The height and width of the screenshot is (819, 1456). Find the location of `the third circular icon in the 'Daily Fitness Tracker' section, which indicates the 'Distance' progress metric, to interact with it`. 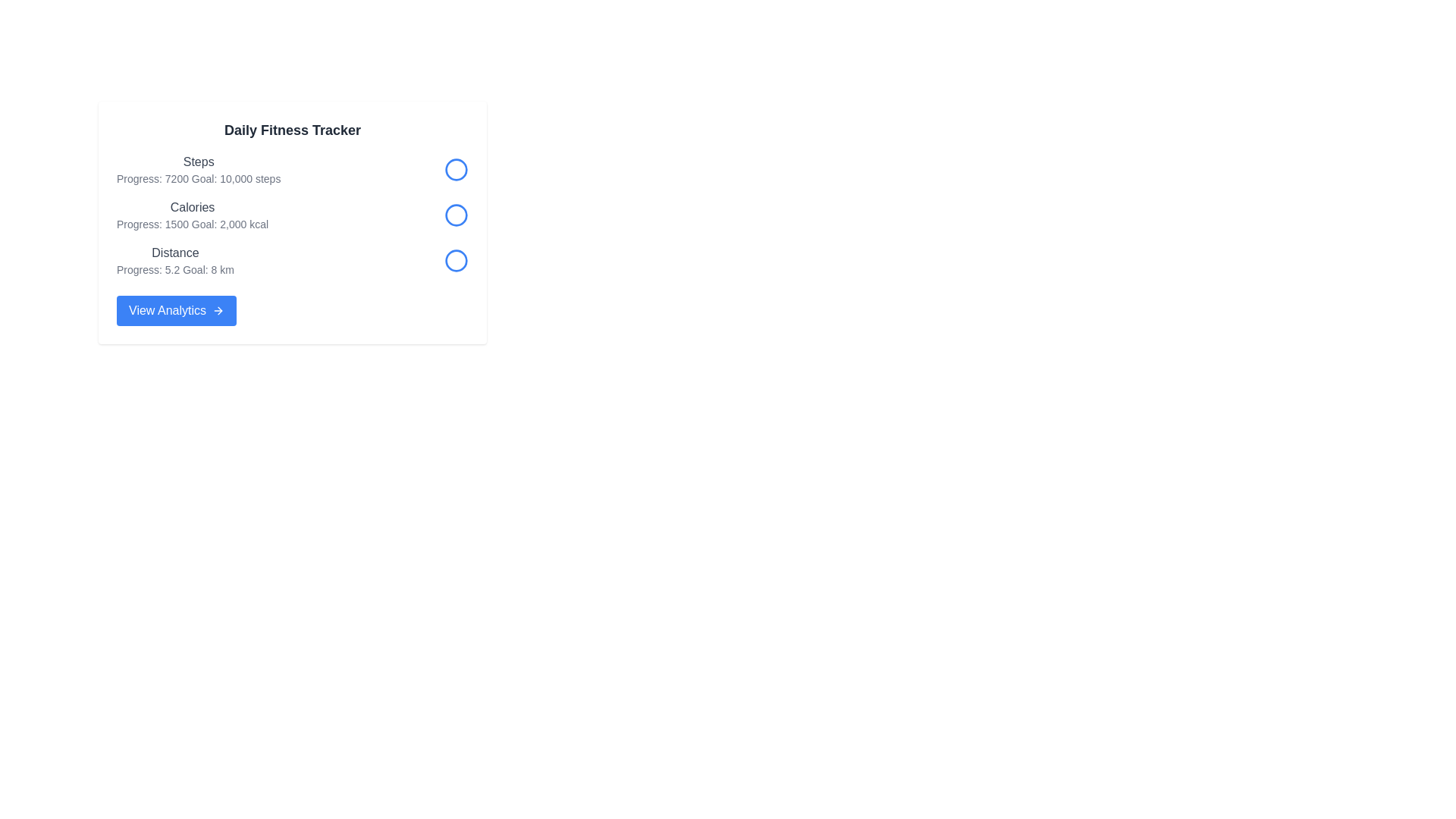

the third circular icon in the 'Daily Fitness Tracker' section, which indicates the 'Distance' progress metric, to interact with it is located at coordinates (455, 259).